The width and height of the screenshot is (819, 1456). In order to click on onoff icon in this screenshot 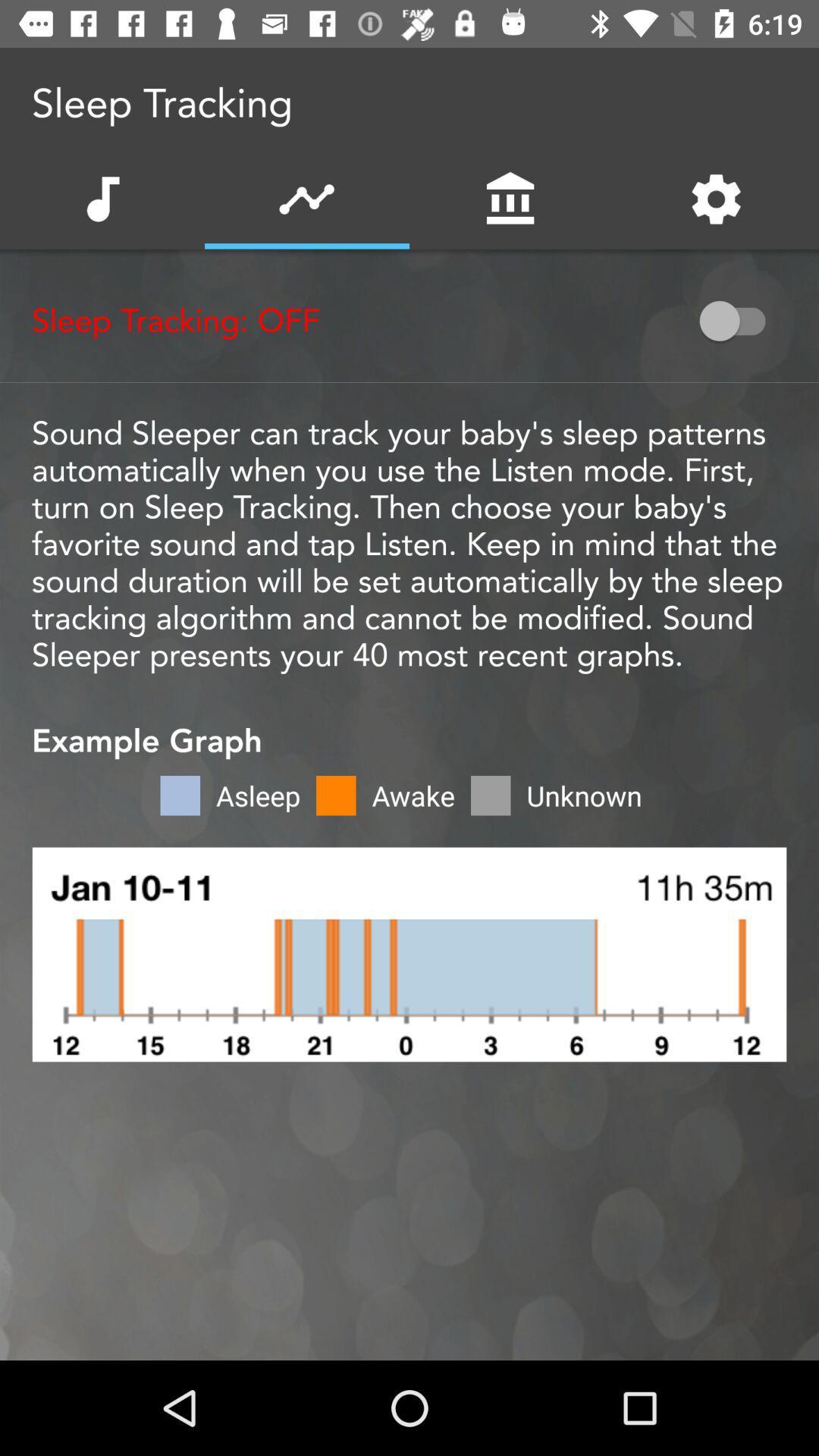, I will do `click(739, 320)`.